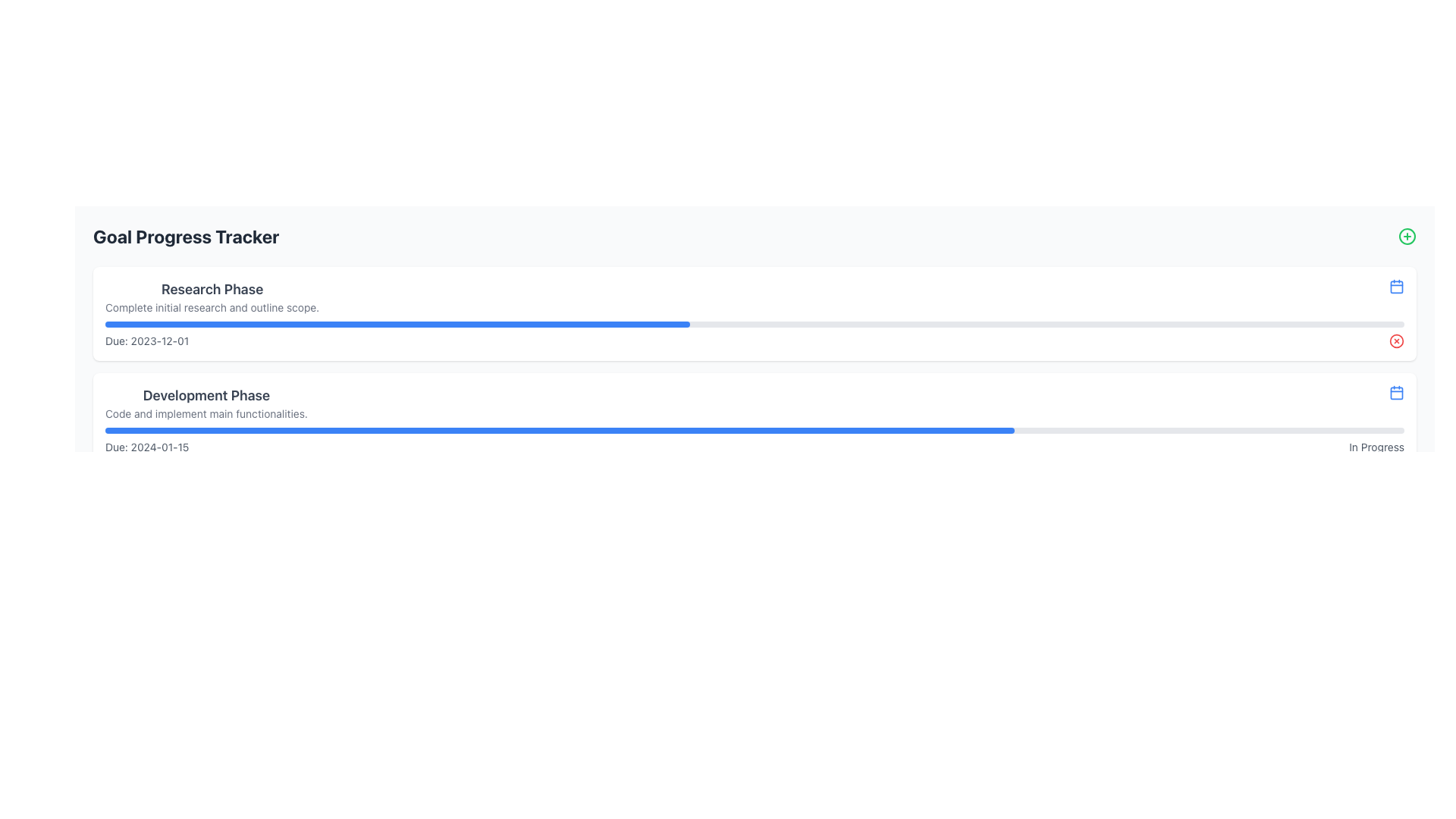 The image size is (1456, 819). What do you see at coordinates (206, 394) in the screenshot?
I see `the non-interactive header text label that indicates the phase of development in the progress tracking system` at bounding box center [206, 394].